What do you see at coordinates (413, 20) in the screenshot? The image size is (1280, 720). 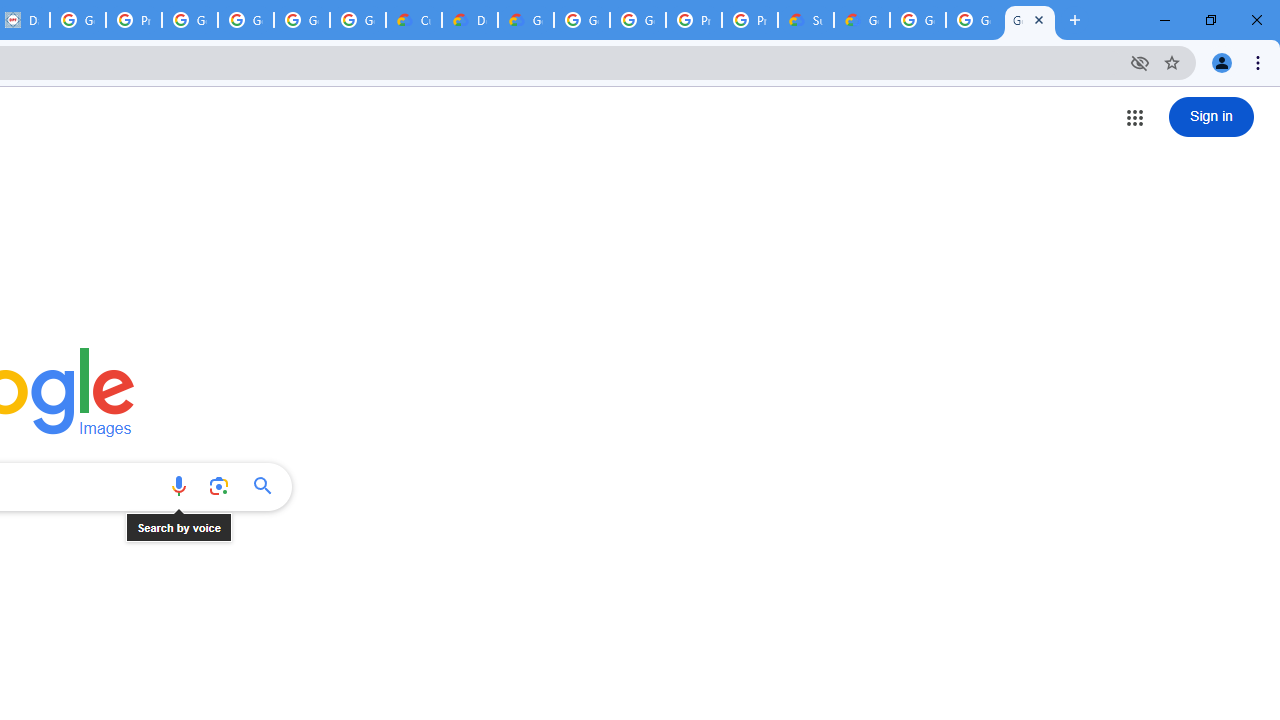 I see `'Customer Care | Google Cloud'` at bounding box center [413, 20].